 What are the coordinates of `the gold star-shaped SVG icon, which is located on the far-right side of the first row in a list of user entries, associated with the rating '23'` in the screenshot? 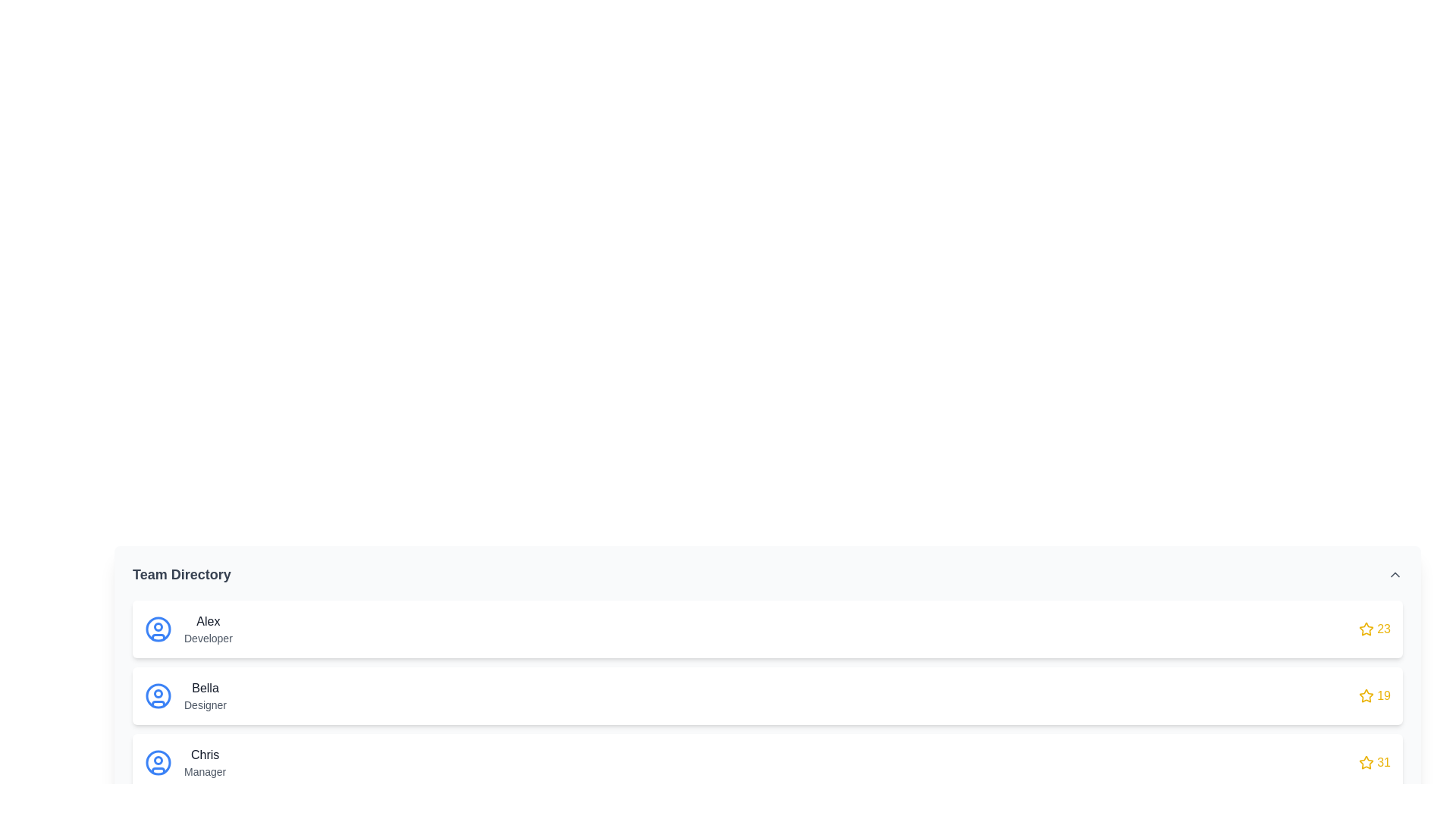 It's located at (1367, 629).